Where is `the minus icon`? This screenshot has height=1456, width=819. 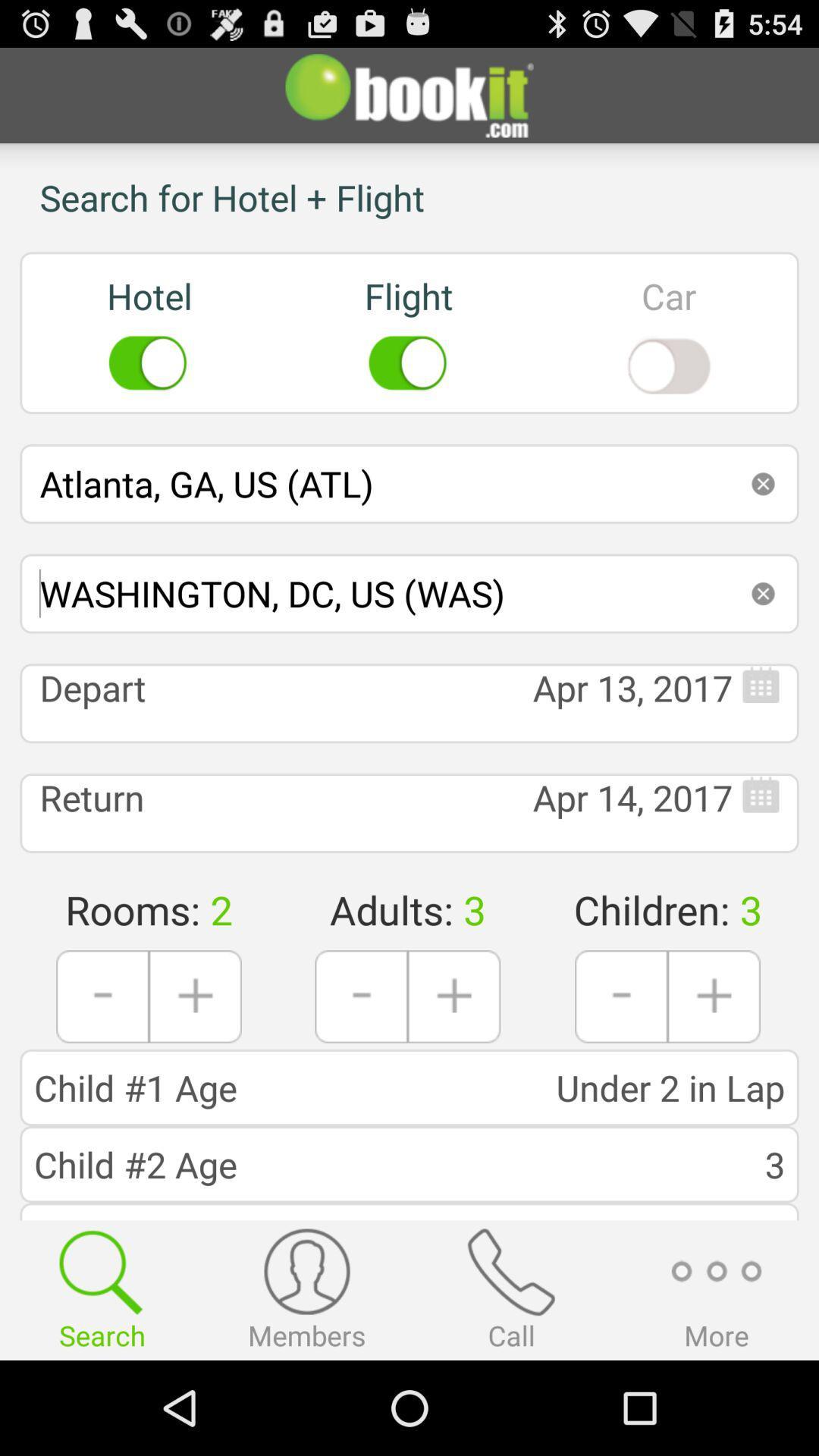 the minus icon is located at coordinates (102, 1065).